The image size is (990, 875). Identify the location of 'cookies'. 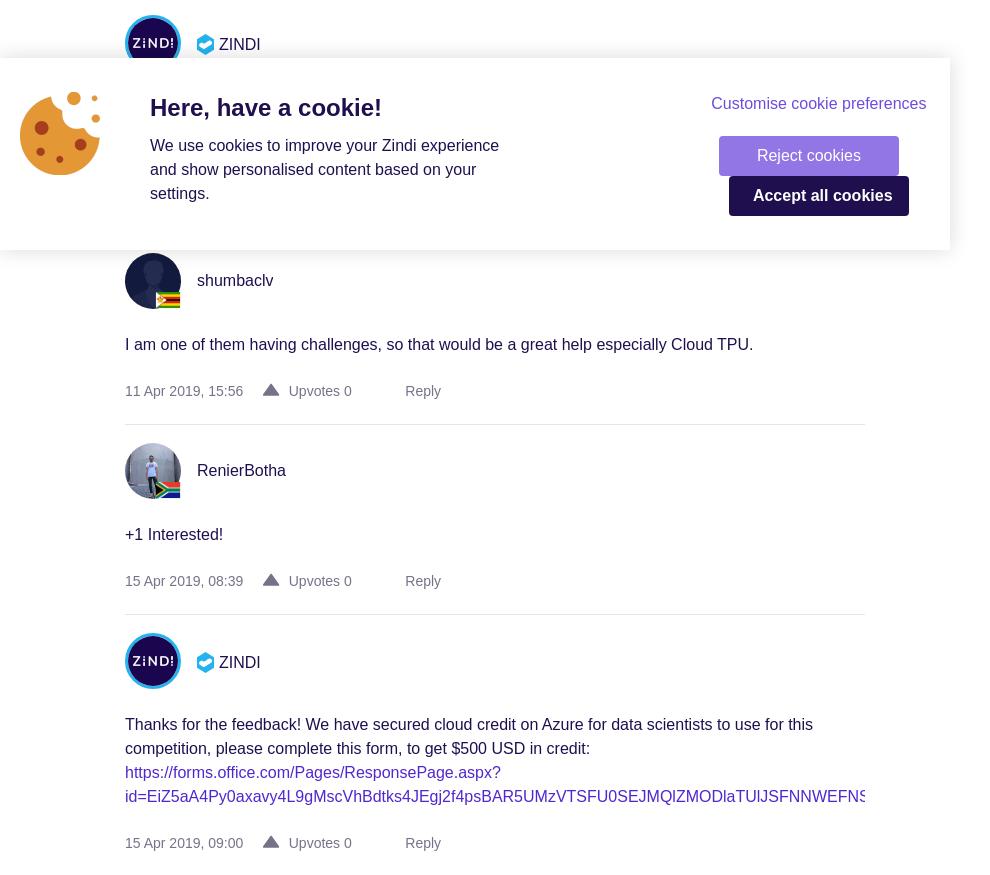
(860, 195).